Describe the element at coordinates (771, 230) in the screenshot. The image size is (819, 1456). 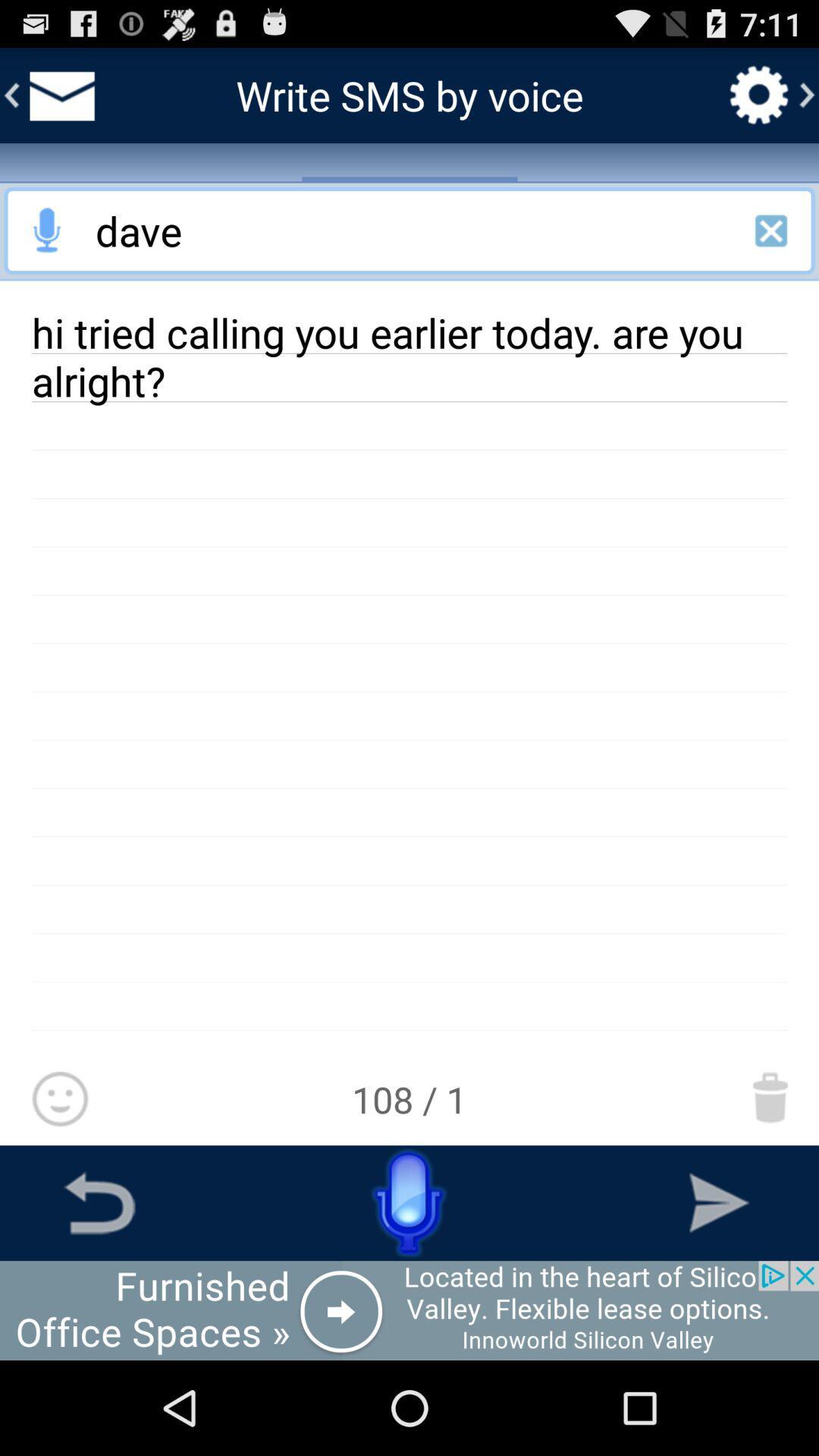
I see `exit text to speech mode` at that location.